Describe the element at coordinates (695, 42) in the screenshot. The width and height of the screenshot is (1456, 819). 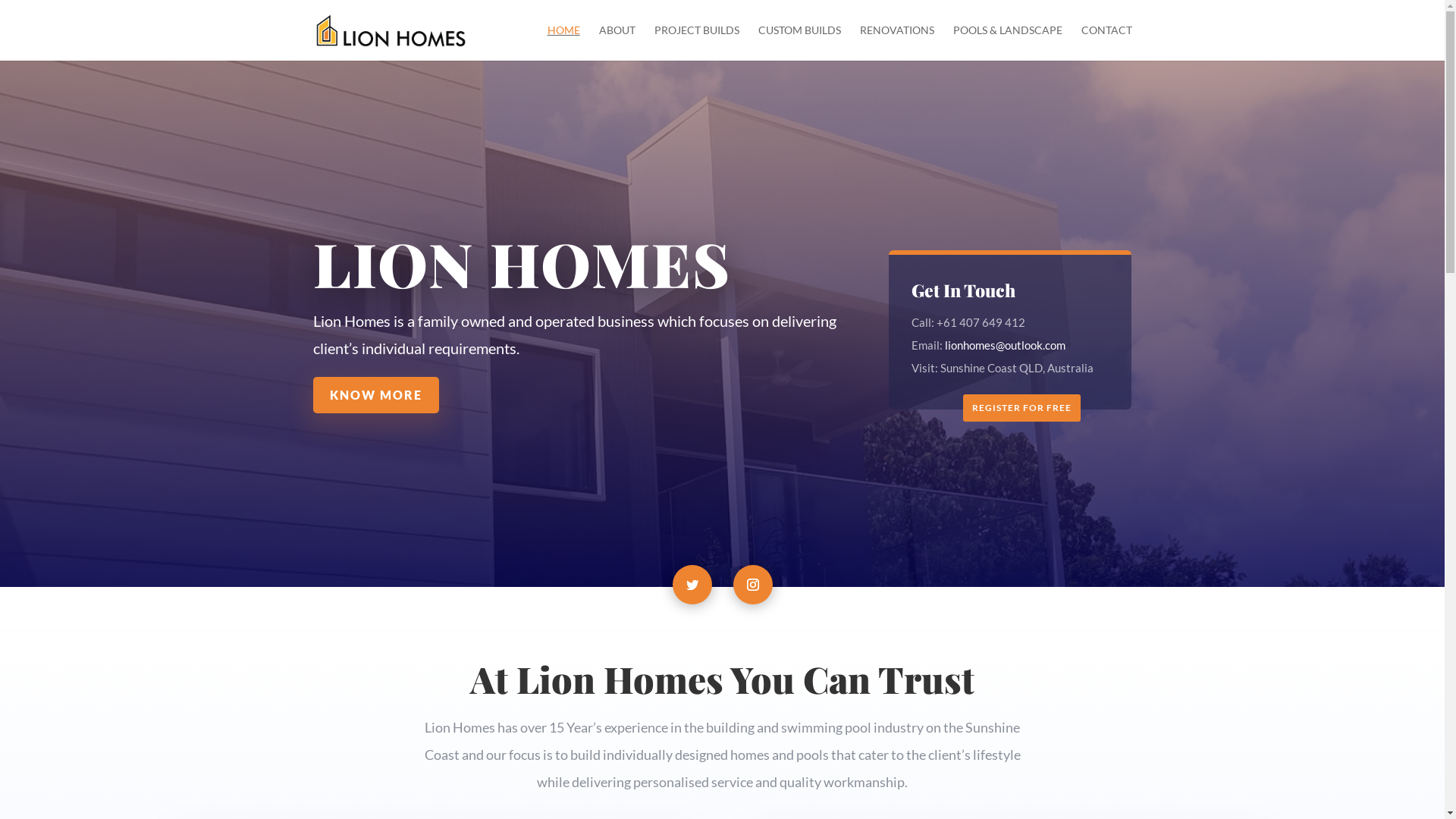
I see `'PROJECT BUILDS'` at that location.